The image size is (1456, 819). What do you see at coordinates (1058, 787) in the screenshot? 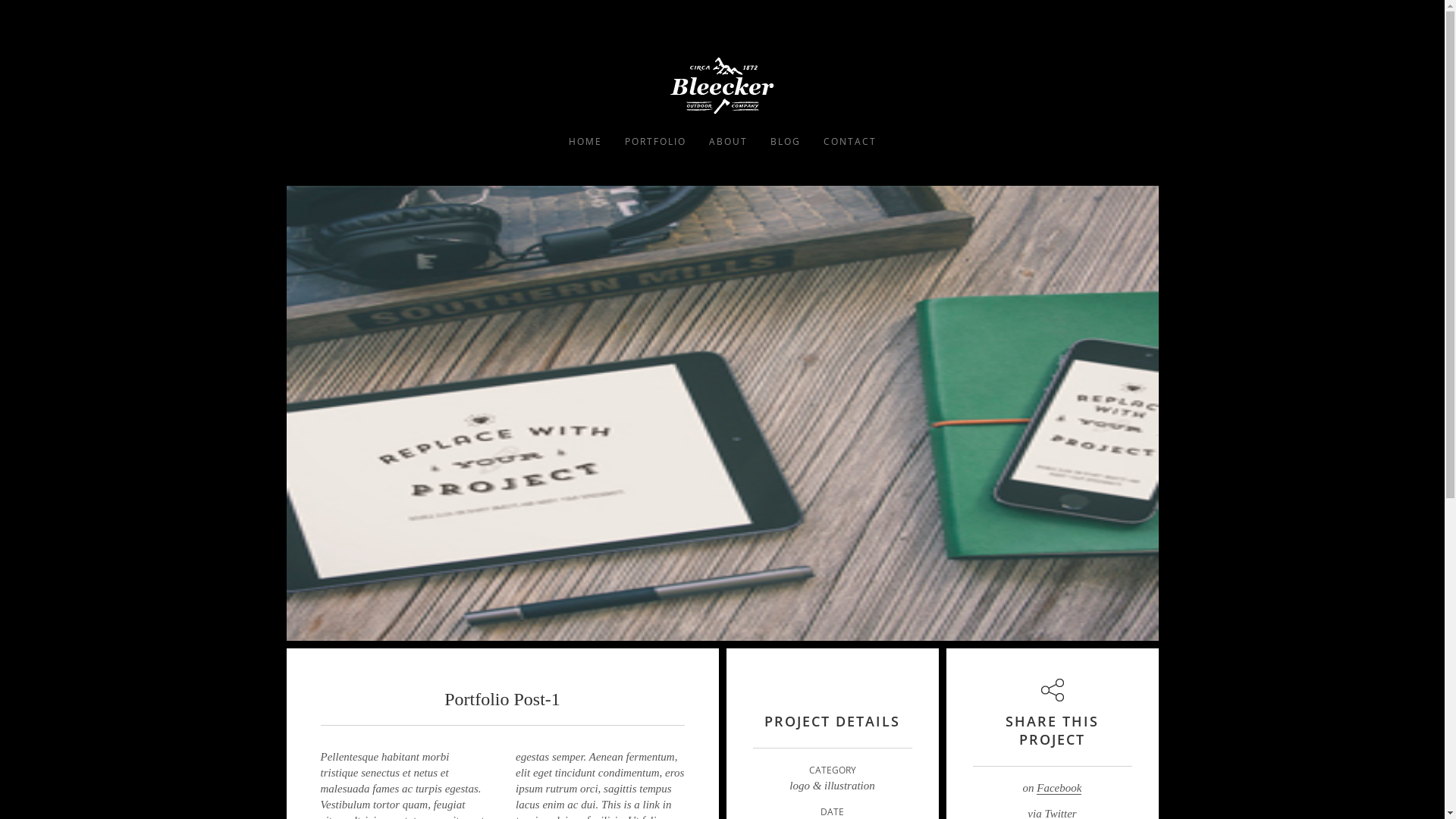
I see `'Facebook'` at bounding box center [1058, 787].